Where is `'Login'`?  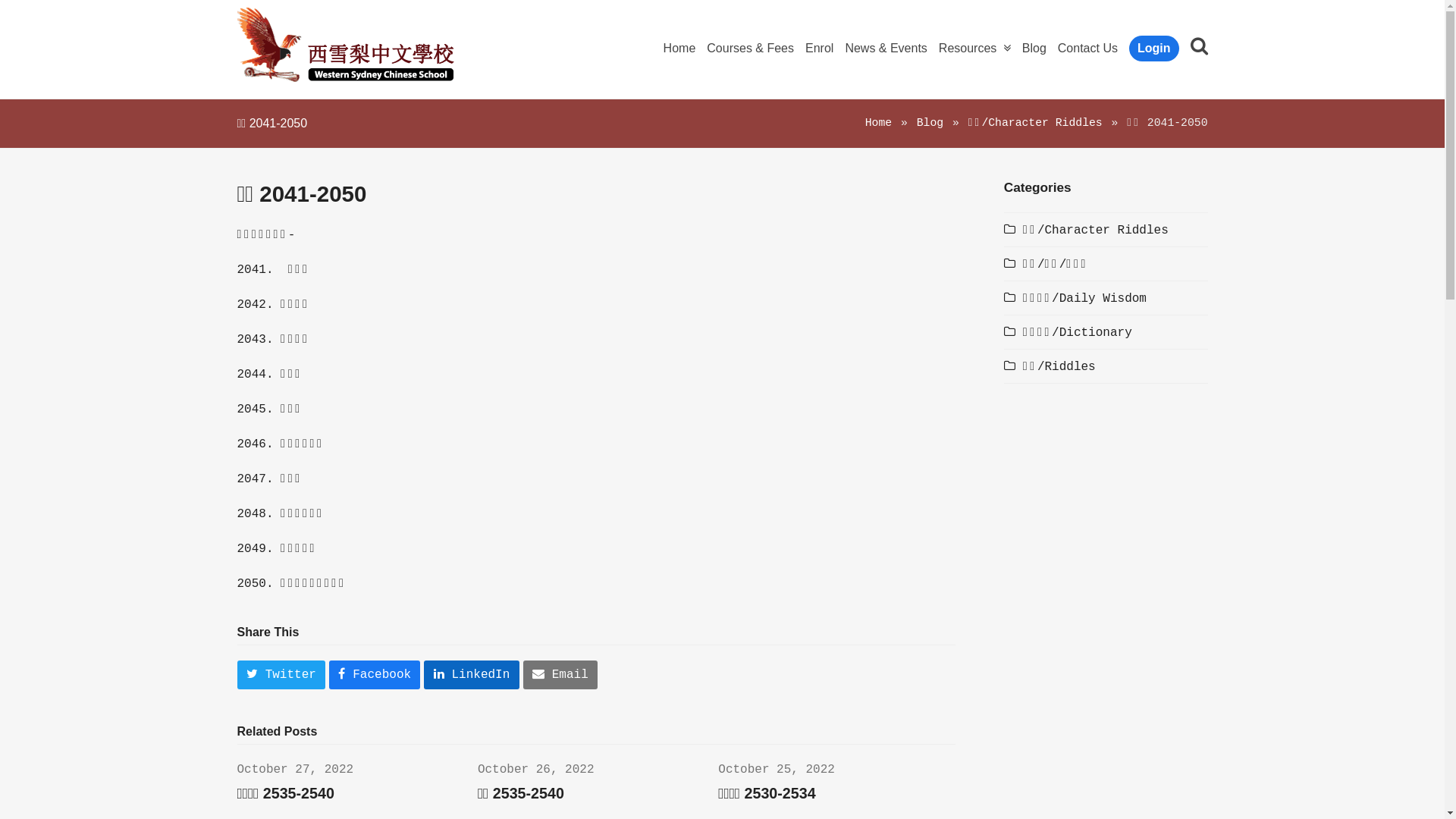 'Login' is located at coordinates (1128, 49).